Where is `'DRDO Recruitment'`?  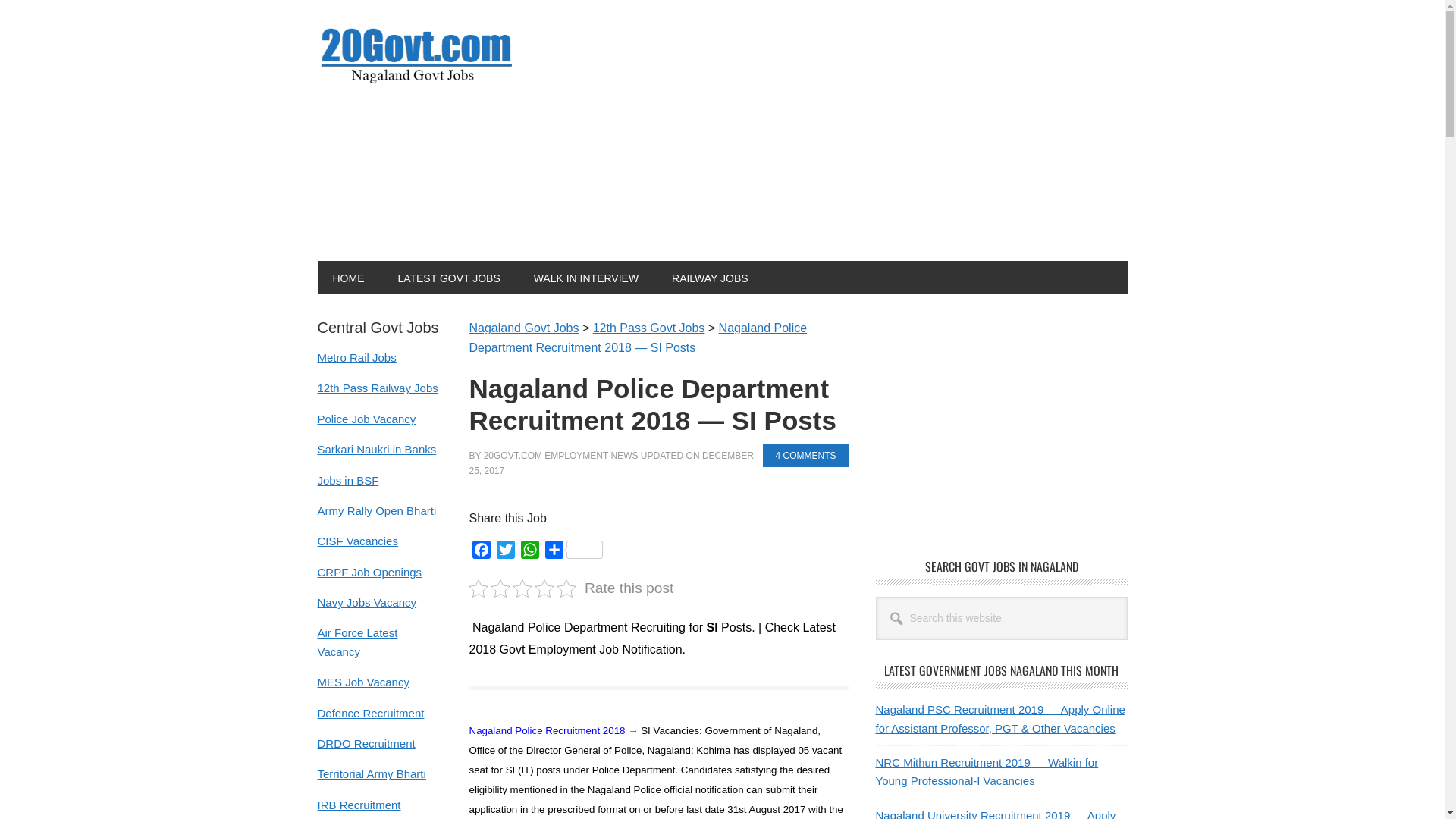
'DRDO Recruitment' is located at coordinates (315, 742).